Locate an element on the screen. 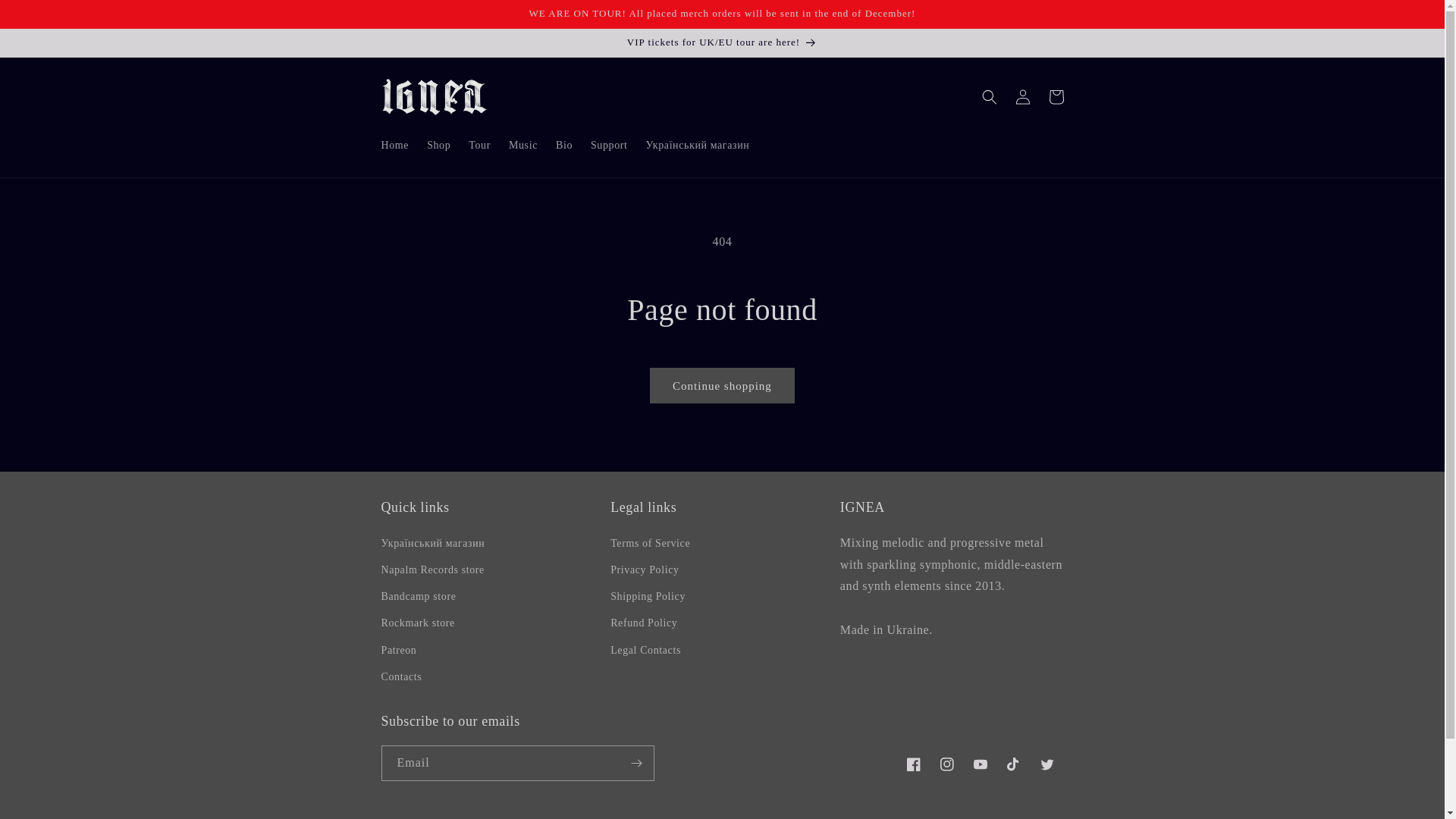  'Music' is located at coordinates (523, 146).